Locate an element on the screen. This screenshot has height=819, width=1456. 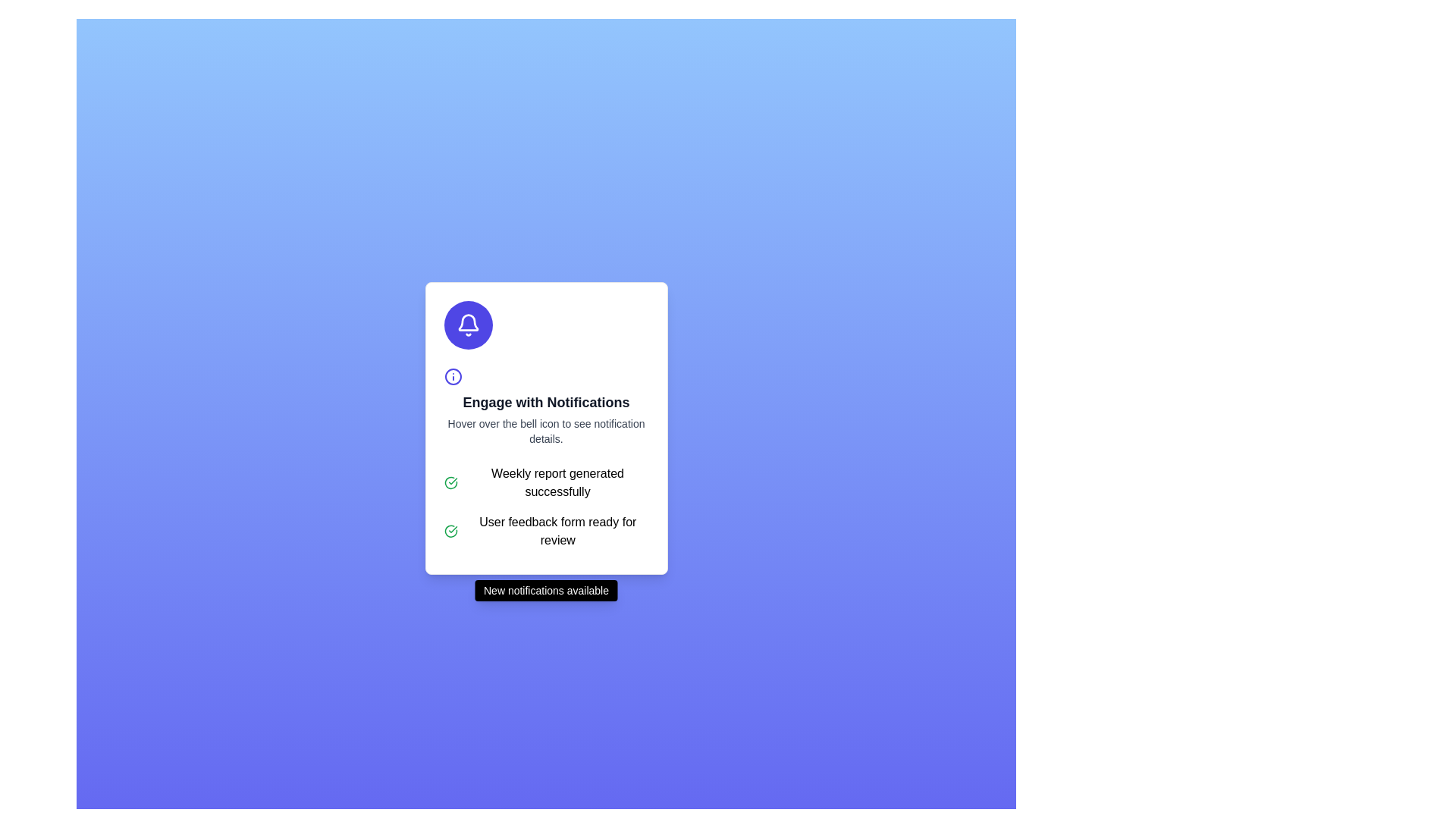
the circular bell icon located at the top of the notification card, which has a white background and rounded corners is located at coordinates (546, 428).